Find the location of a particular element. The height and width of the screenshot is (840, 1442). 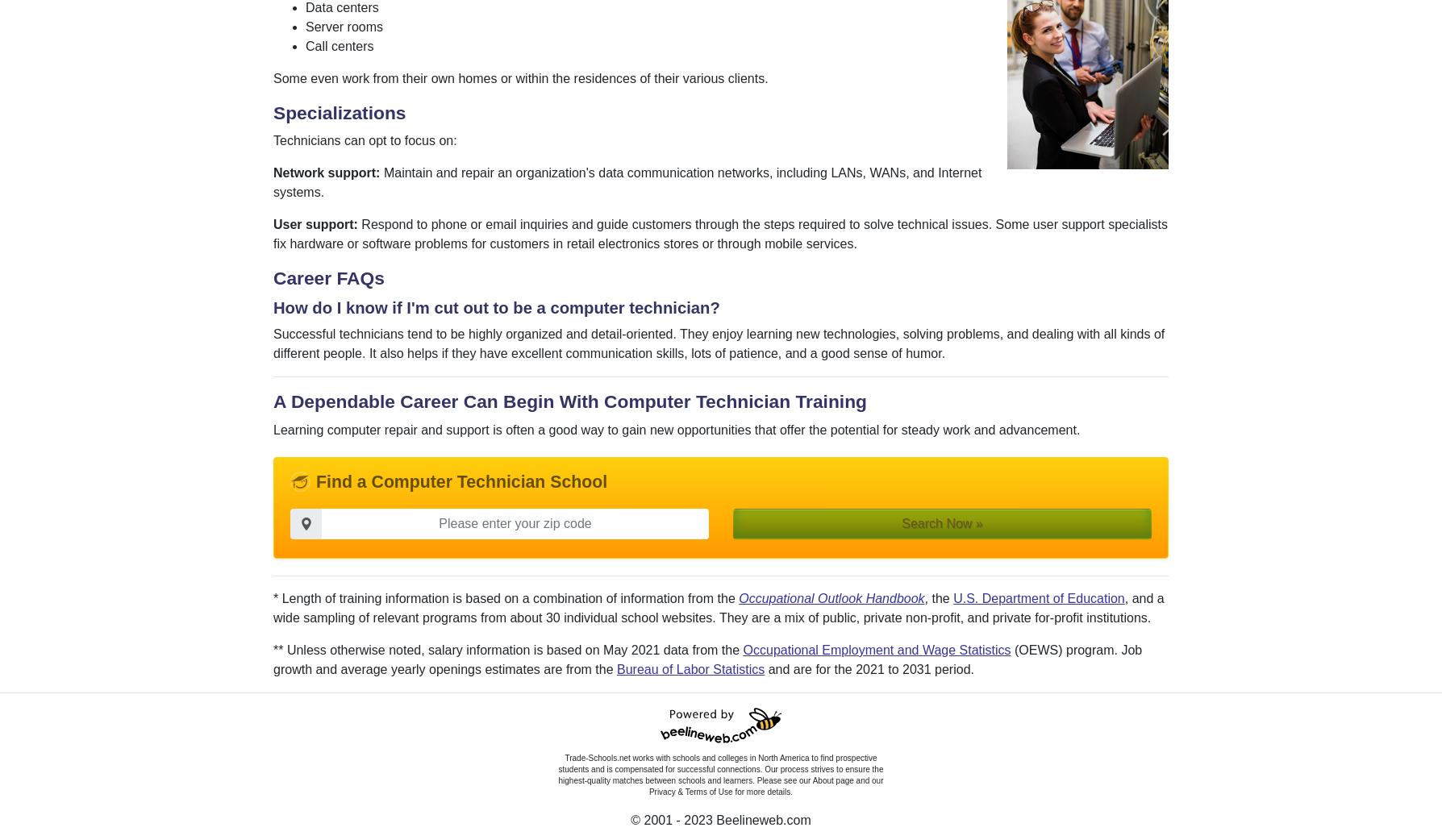

'Data centers' is located at coordinates (340, 6).